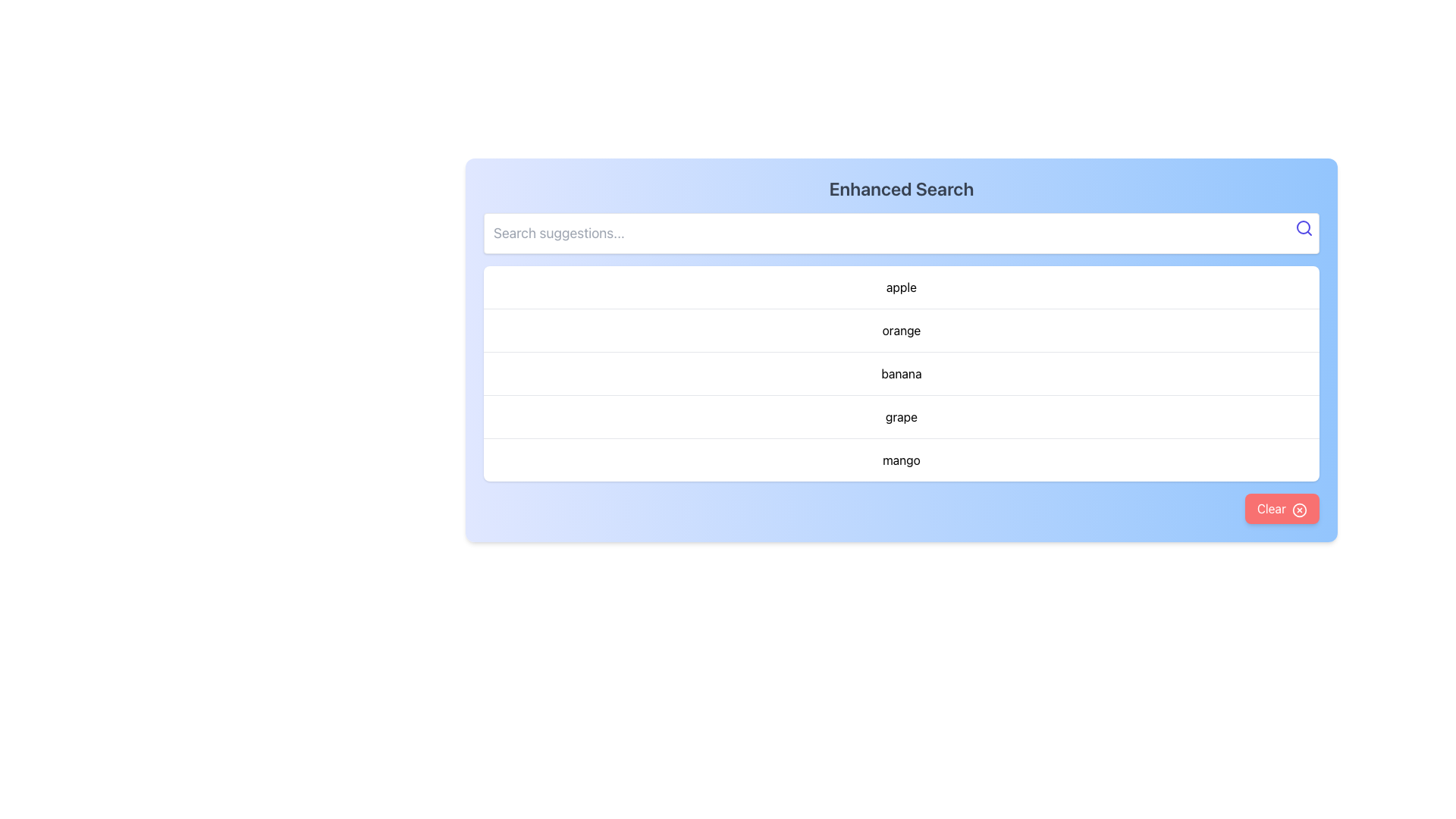  I want to click on the last selectable list item related to 'mango' located at the bottom of the vertical list of options, so click(902, 459).